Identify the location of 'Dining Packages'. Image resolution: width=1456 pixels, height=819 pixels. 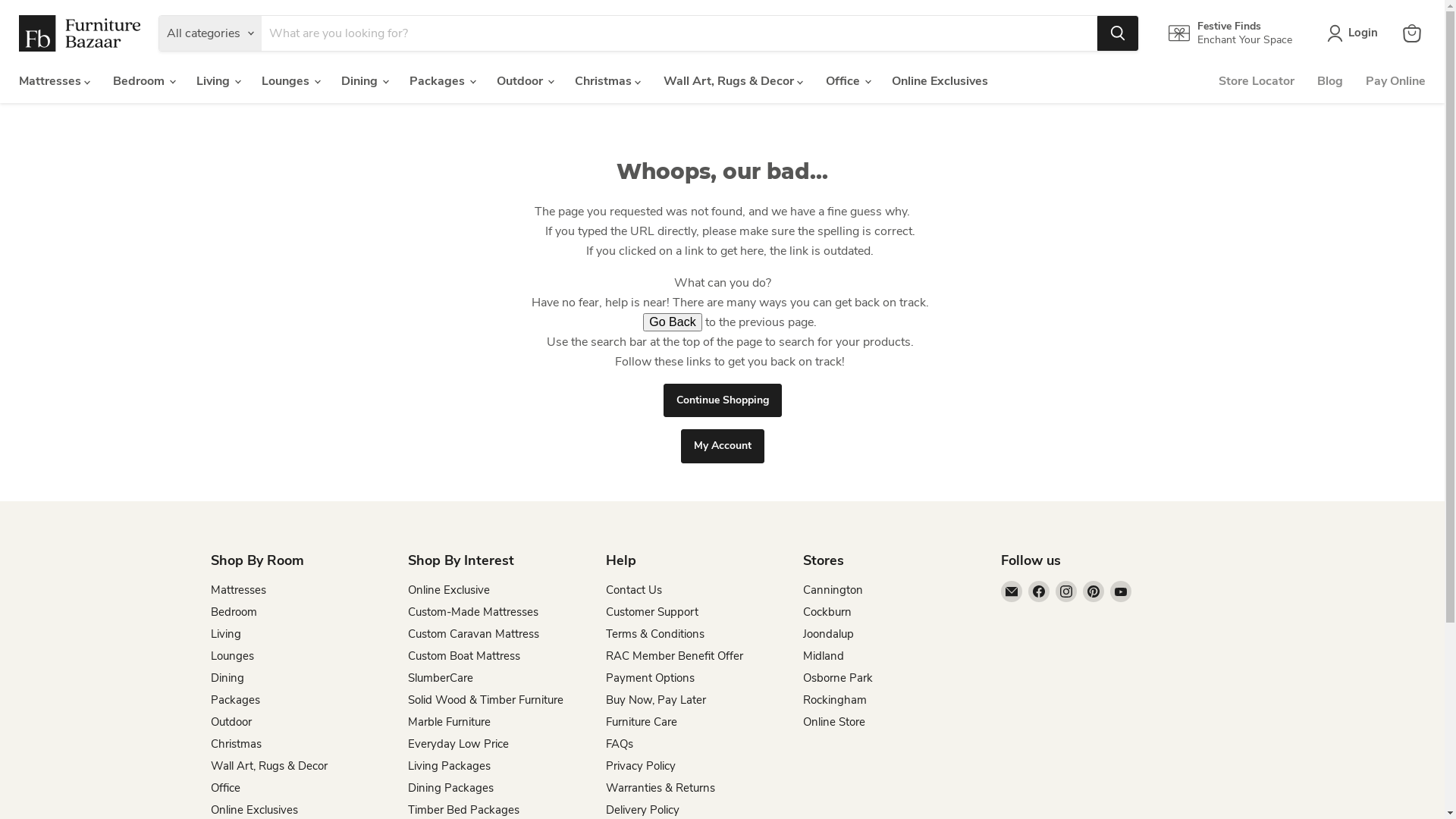
(450, 786).